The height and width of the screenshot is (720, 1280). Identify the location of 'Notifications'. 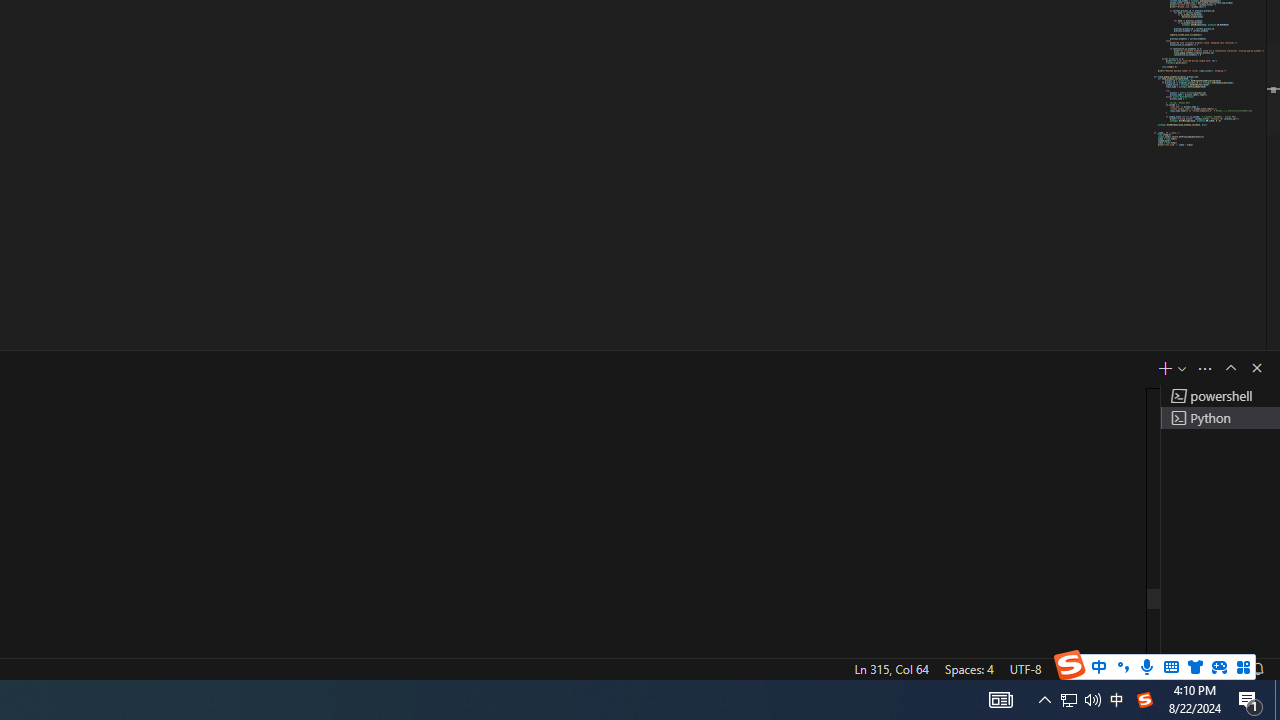
(1256, 668).